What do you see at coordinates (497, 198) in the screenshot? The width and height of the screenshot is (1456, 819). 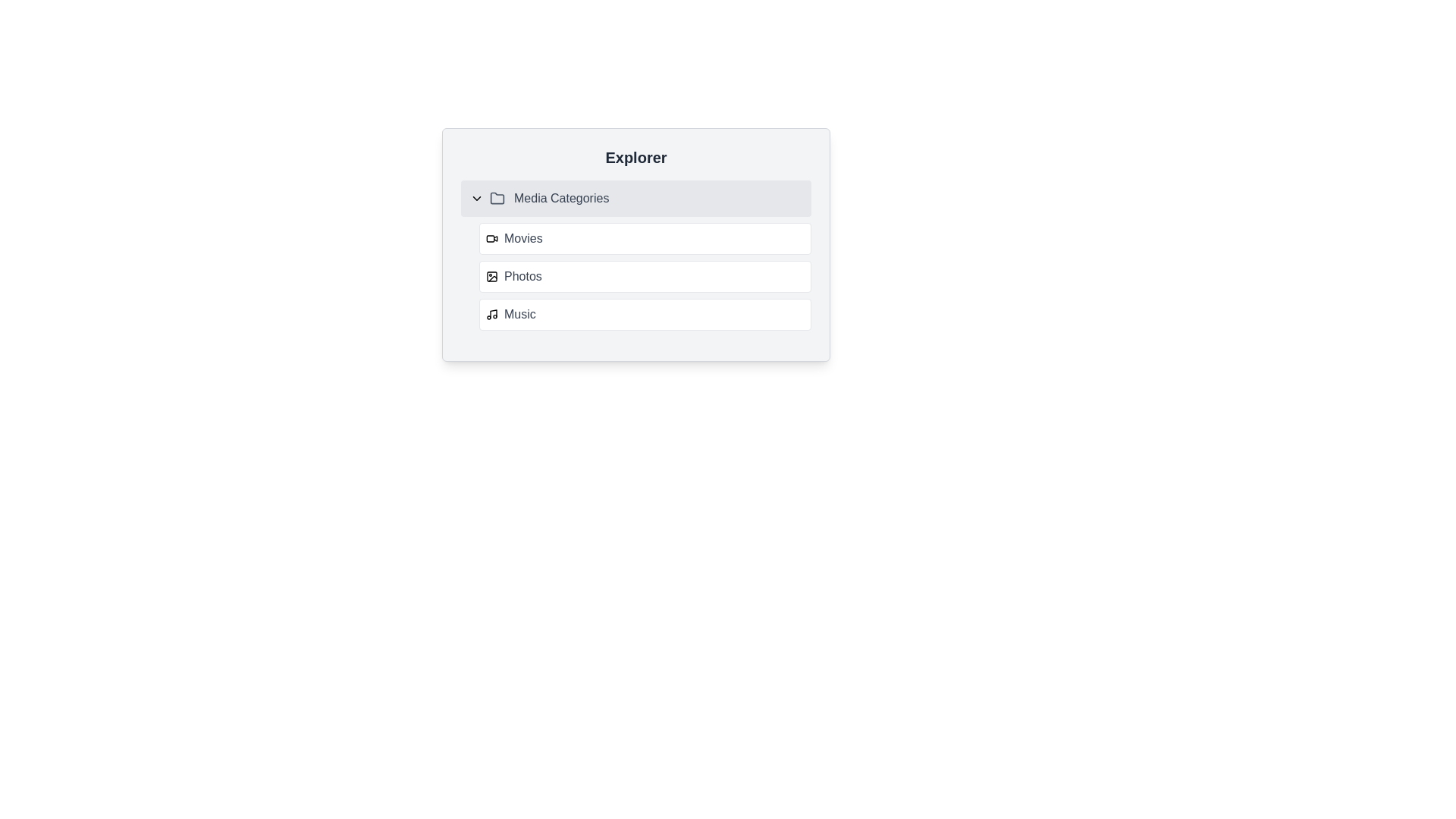 I see `the visual representation of the folder icon located in the 'Media Categories' section, positioned between the chevron-down icon and the text 'Media Categories'` at bounding box center [497, 198].